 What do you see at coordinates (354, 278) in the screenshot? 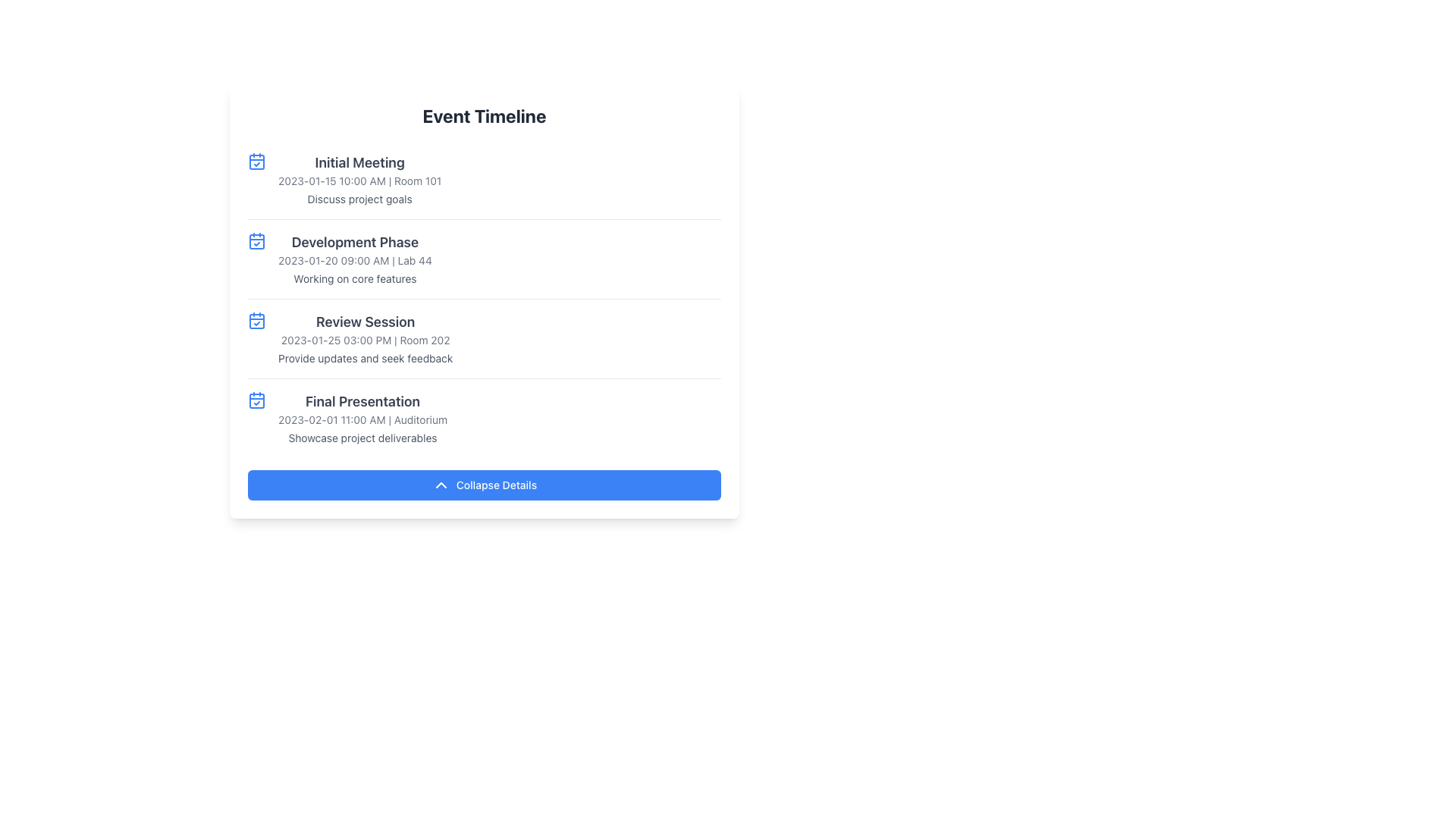
I see `text content of the non-interactive Text Label that provides additional information about the 'Development Phase' event in the timeline` at bounding box center [354, 278].